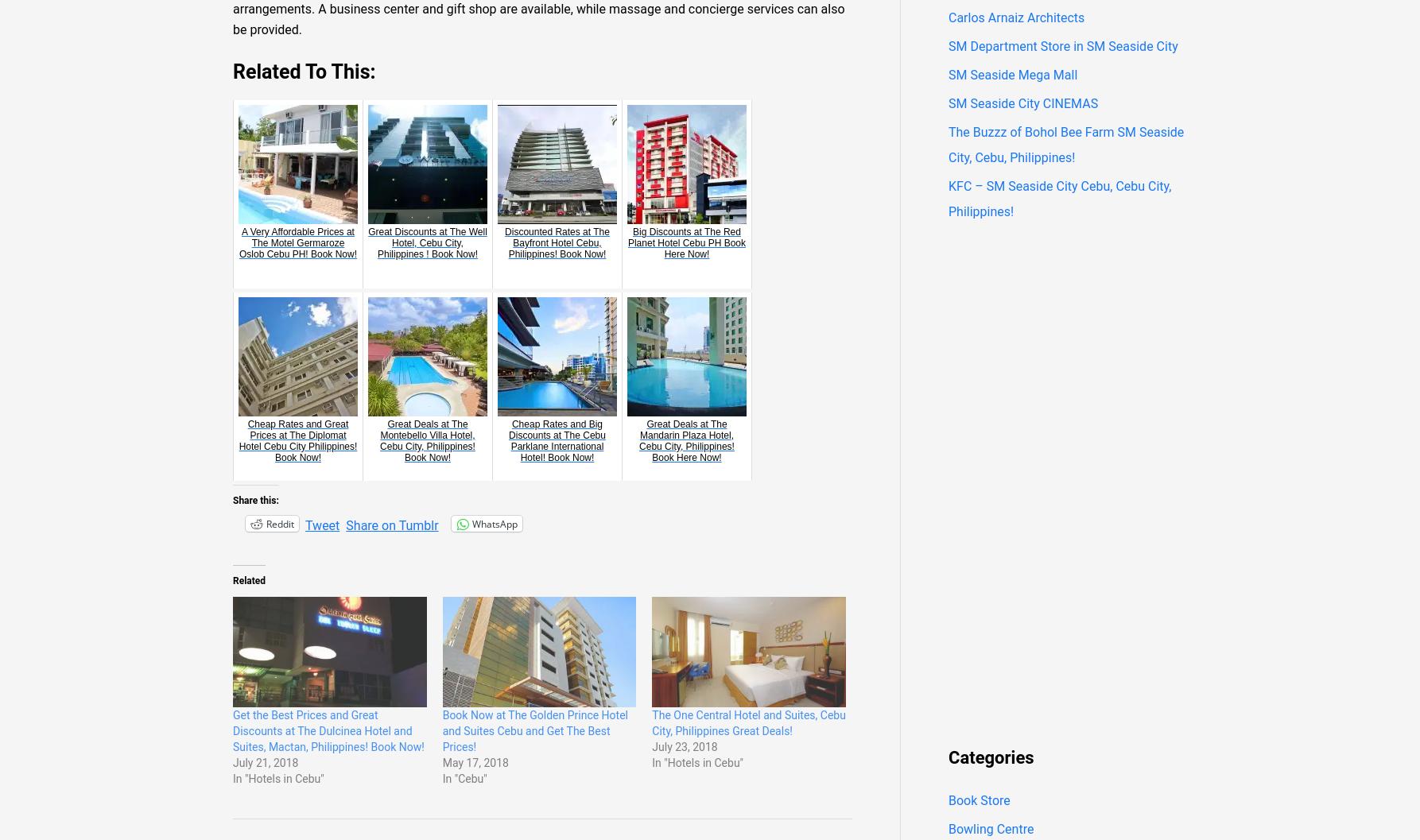 The image size is (1420, 840). I want to click on 'SM Seaside City CINEMAS', so click(1022, 102).